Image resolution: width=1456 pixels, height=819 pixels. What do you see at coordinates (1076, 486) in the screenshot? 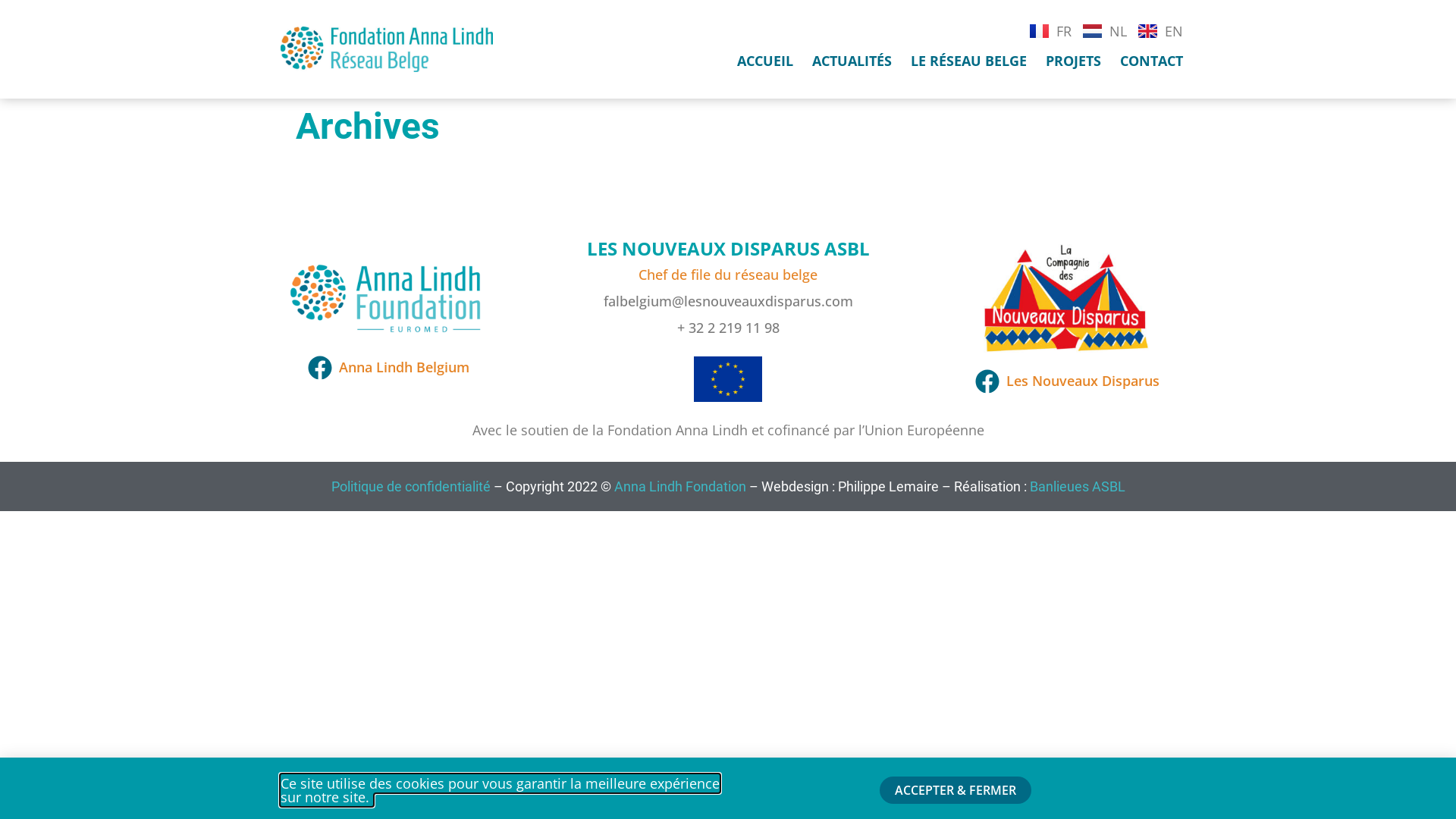
I see `'Banlieues ASBL'` at bounding box center [1076, 486].